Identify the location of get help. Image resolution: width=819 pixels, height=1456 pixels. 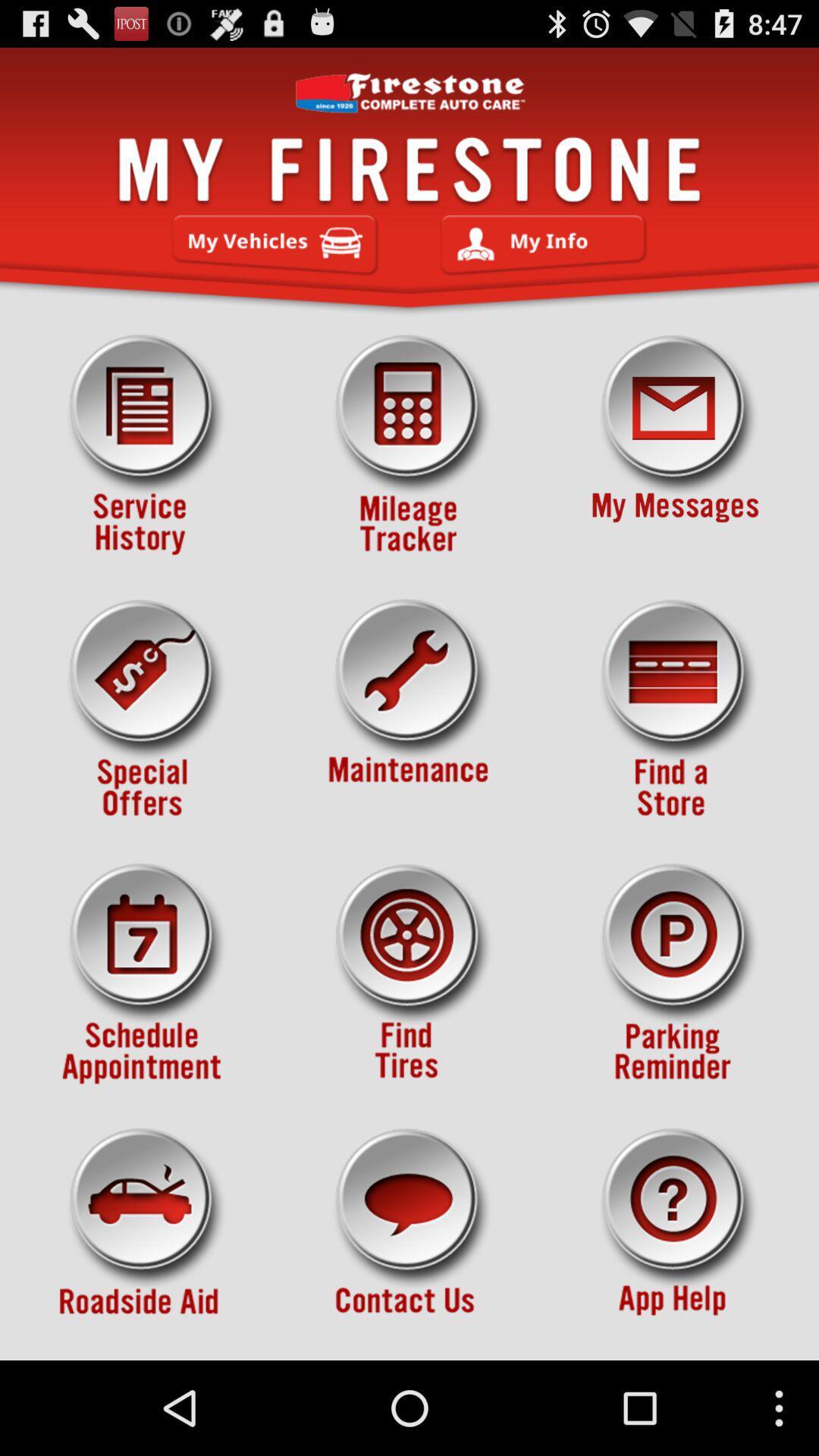
(675, 1238).